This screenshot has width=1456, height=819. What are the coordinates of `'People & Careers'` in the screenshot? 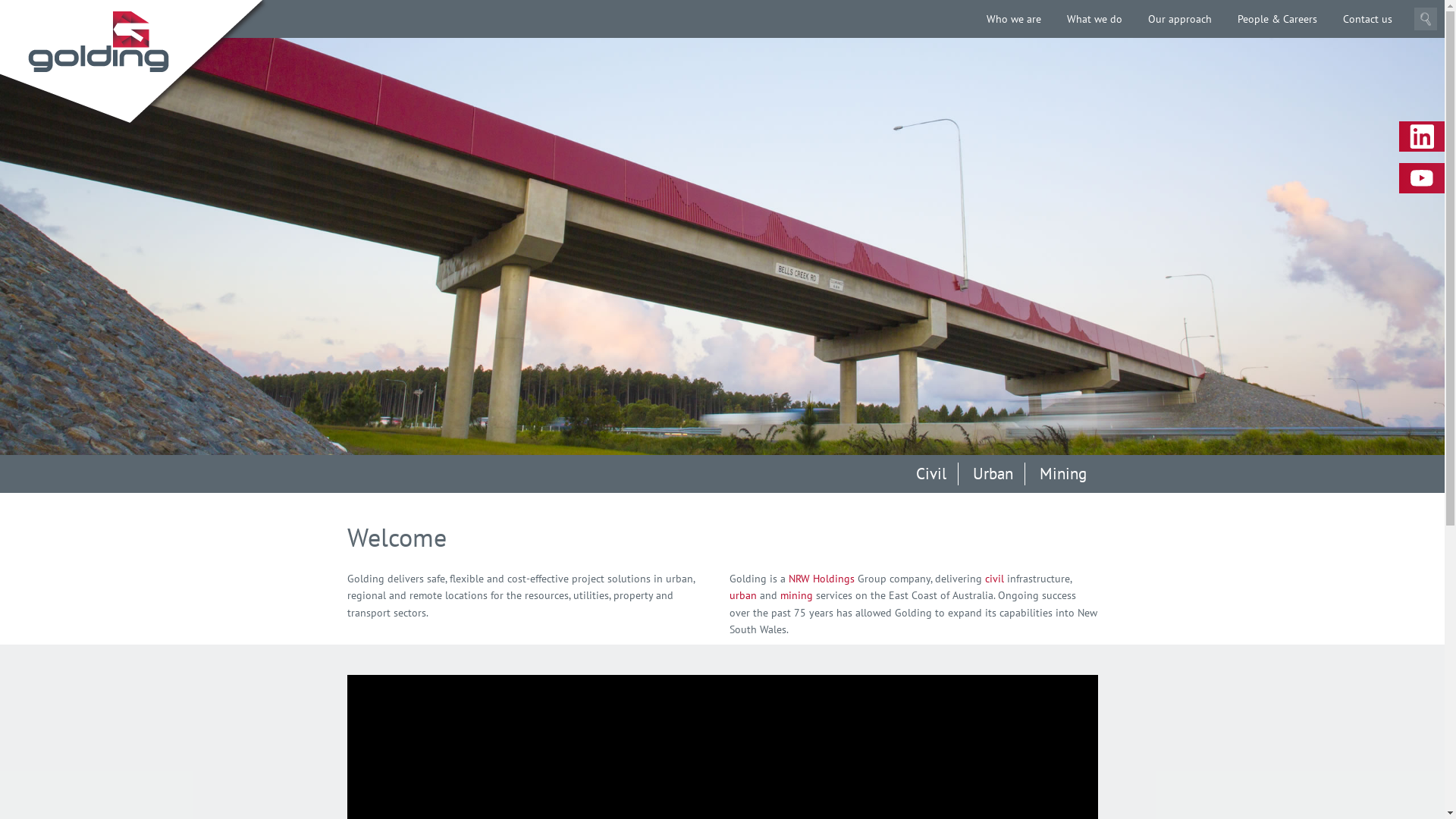 It's located at (1276, 18).